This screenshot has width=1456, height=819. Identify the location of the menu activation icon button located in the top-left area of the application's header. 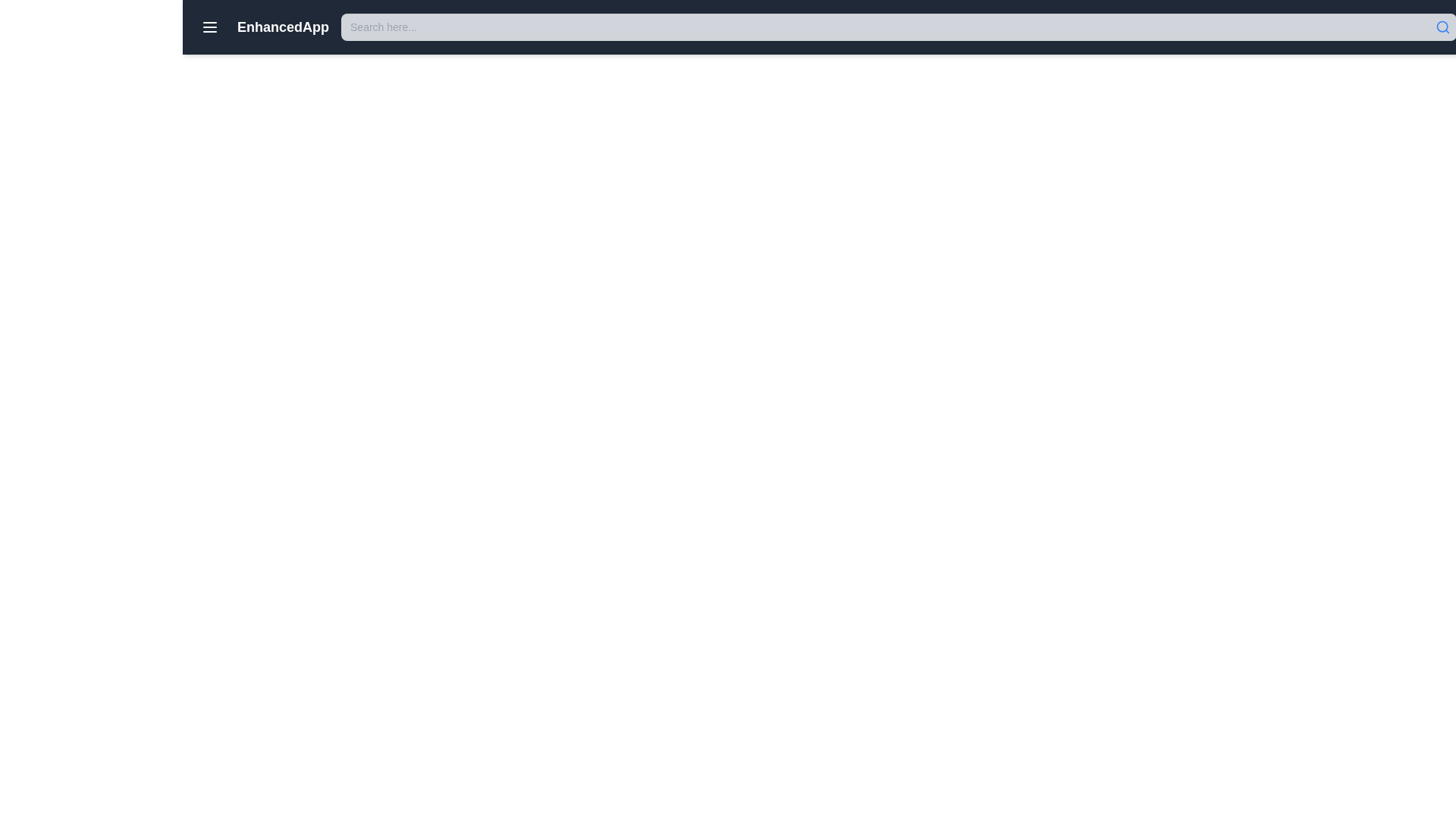
(209, 27).